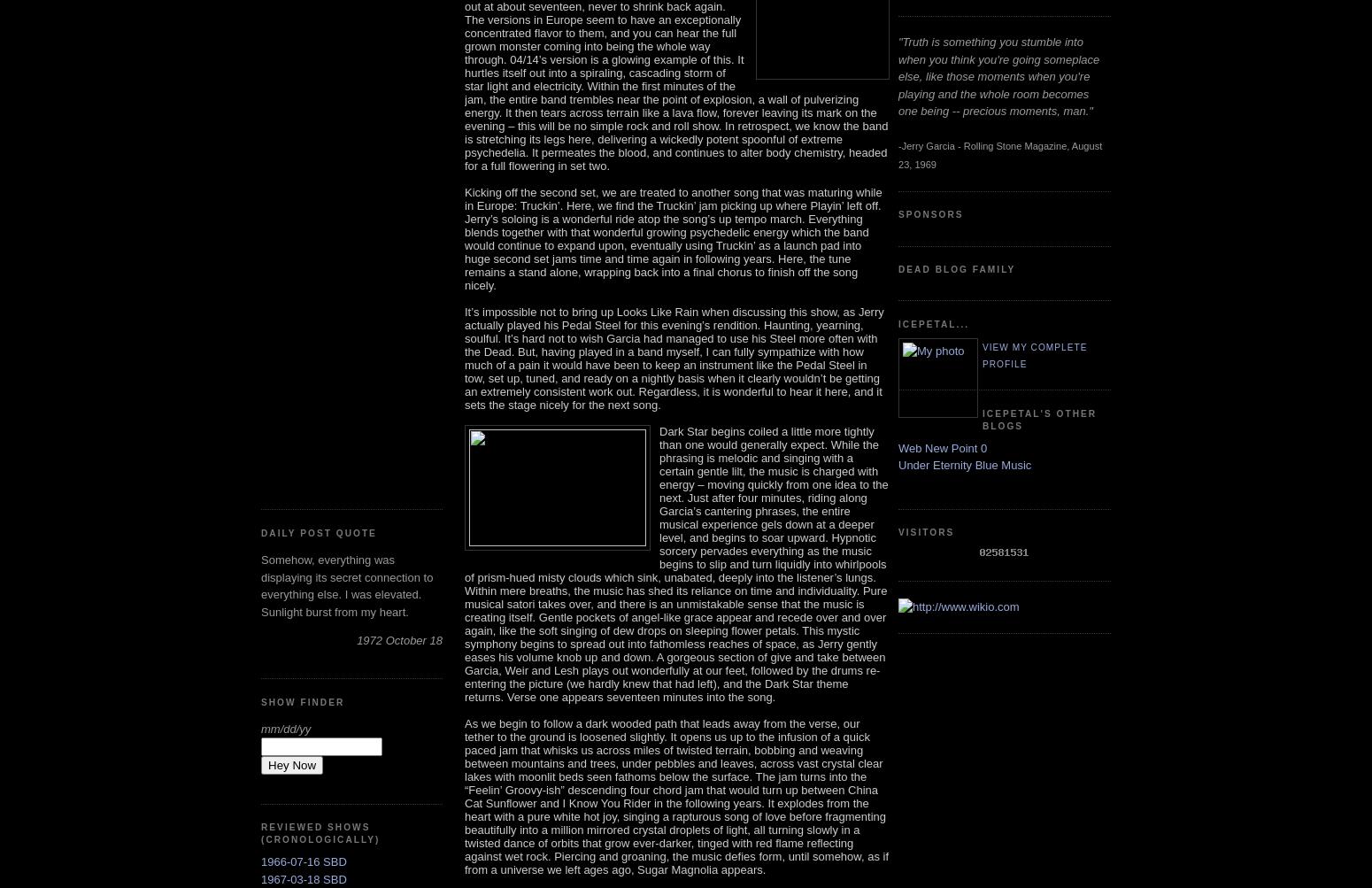 The image size is (1372, 888). Describe the element at coordinates (1035, 354) in the screenshot. I see `'View my complete profile'` at that location.